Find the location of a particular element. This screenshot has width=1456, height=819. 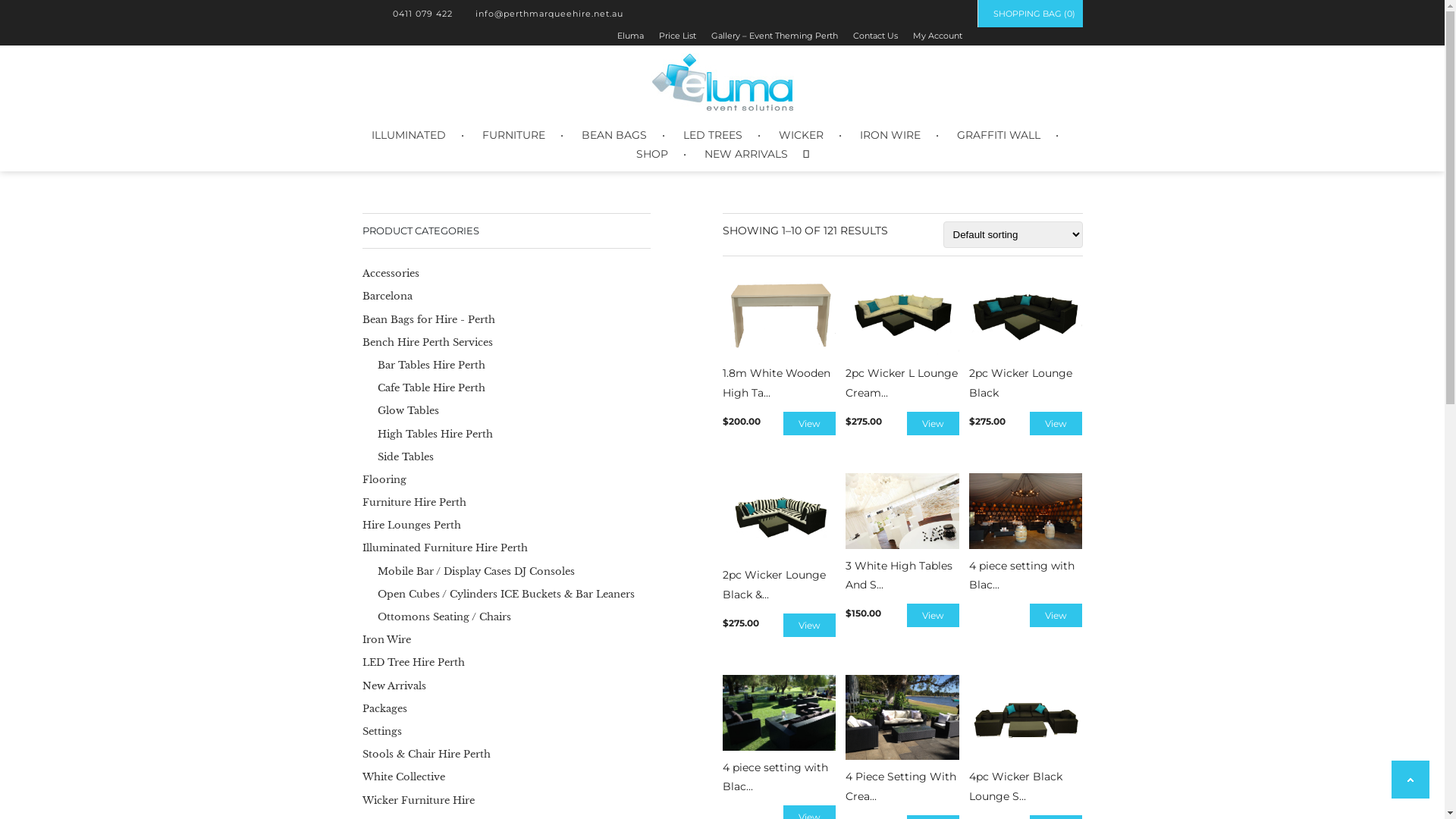

'Settings' is located at coordinates (382, 730).